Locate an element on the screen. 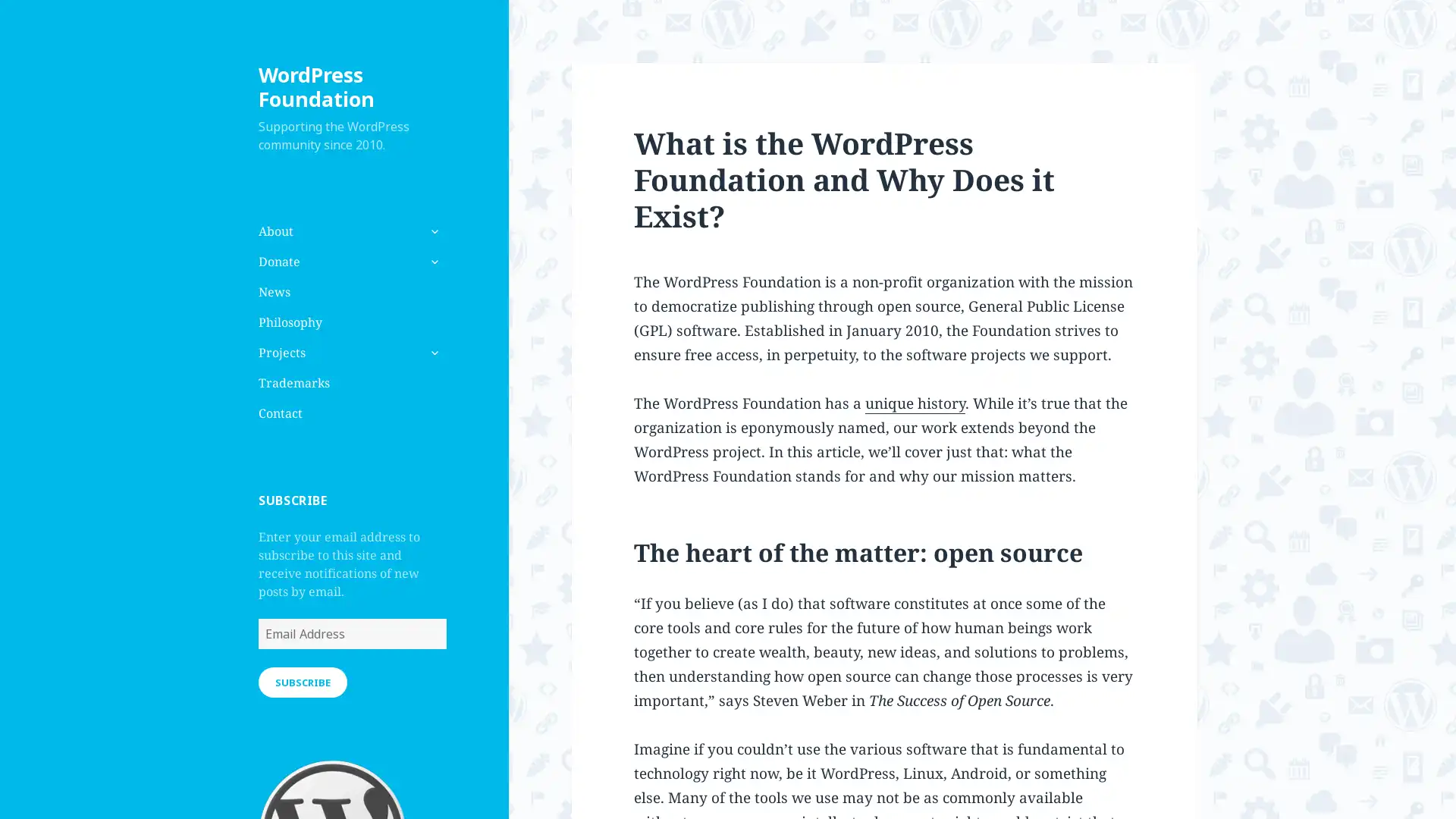  expand child menu is located at coordinates (432, 231).